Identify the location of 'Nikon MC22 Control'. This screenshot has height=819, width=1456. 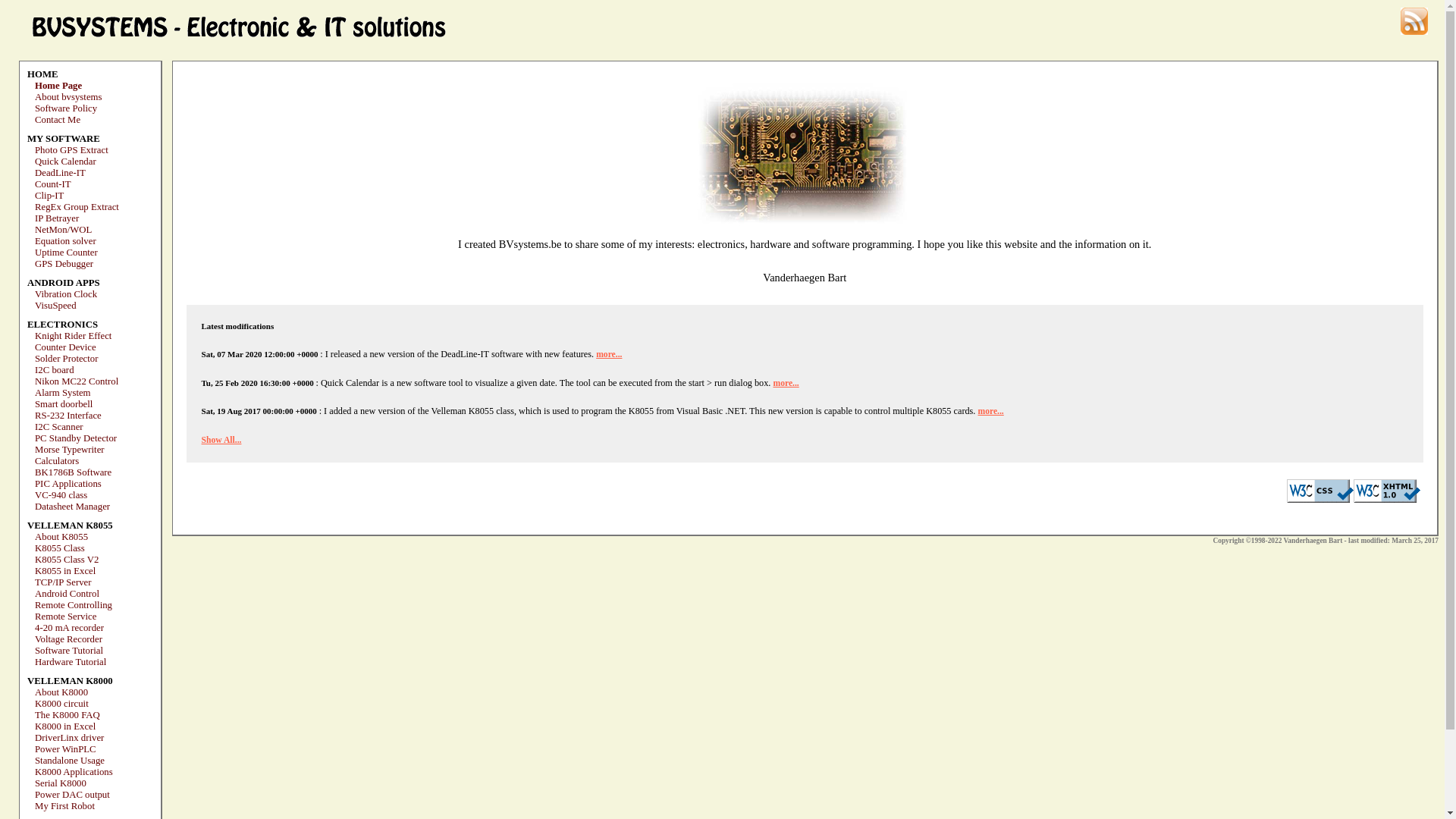
(75, 380).